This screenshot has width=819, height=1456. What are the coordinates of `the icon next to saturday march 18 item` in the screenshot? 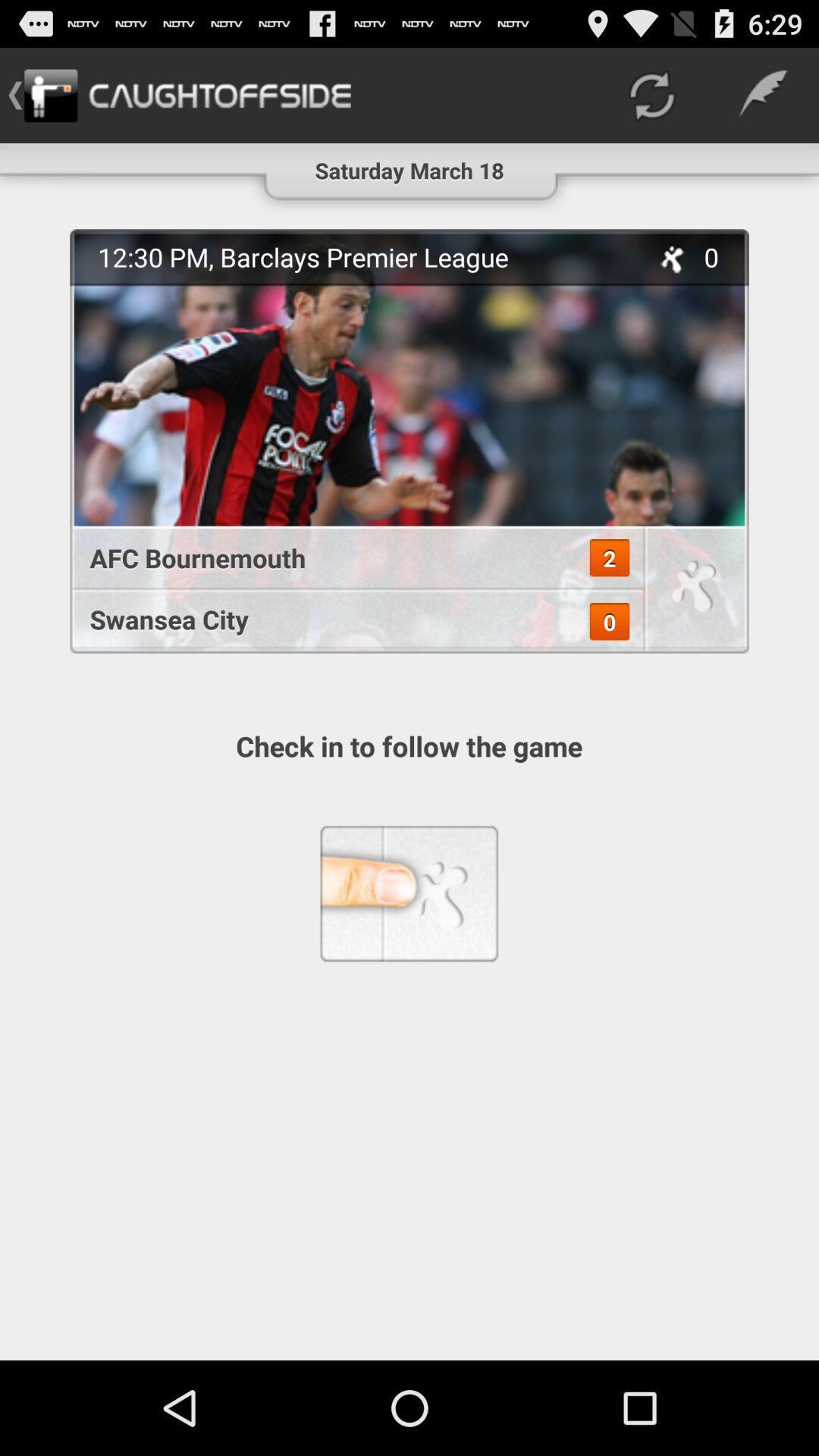 It's located at (651, 94).